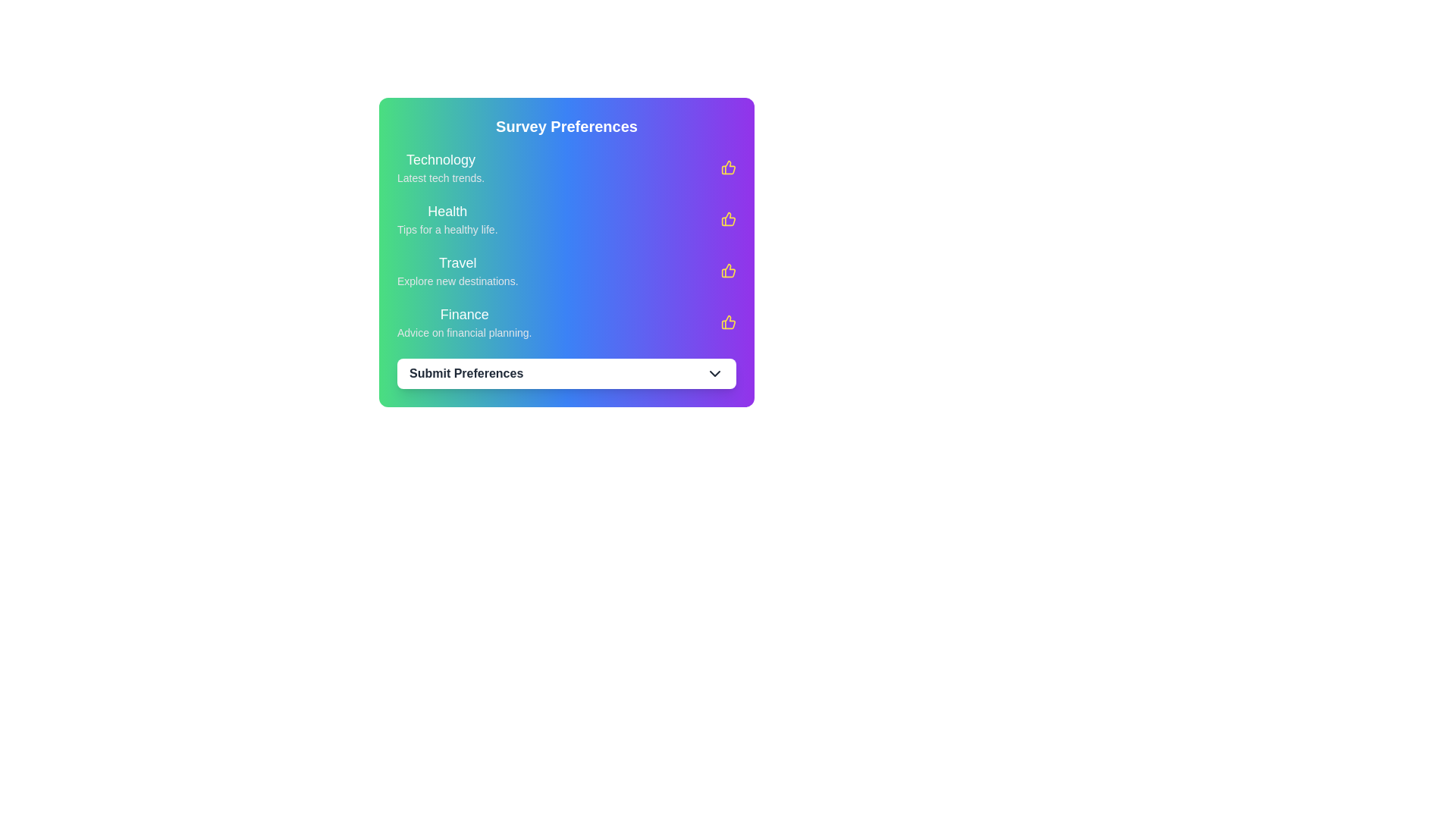  Describe the element at coordinates (463, 314) in the screenshot. I see `the 'Finance' category title text label, which is located directly above the text 'Advice on financial planning' and serves as a visual anchor for associated content` at that location.